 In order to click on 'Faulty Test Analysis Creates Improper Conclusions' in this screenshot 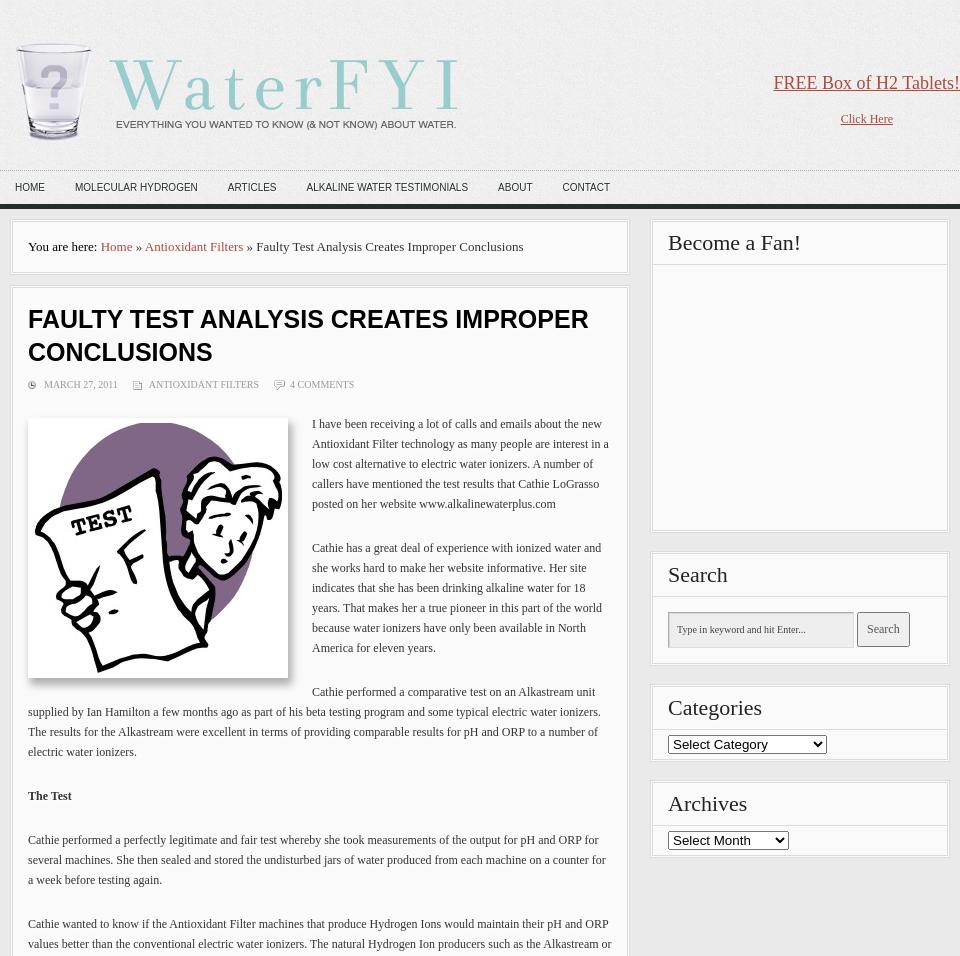, I will do `click(307, 333)`.